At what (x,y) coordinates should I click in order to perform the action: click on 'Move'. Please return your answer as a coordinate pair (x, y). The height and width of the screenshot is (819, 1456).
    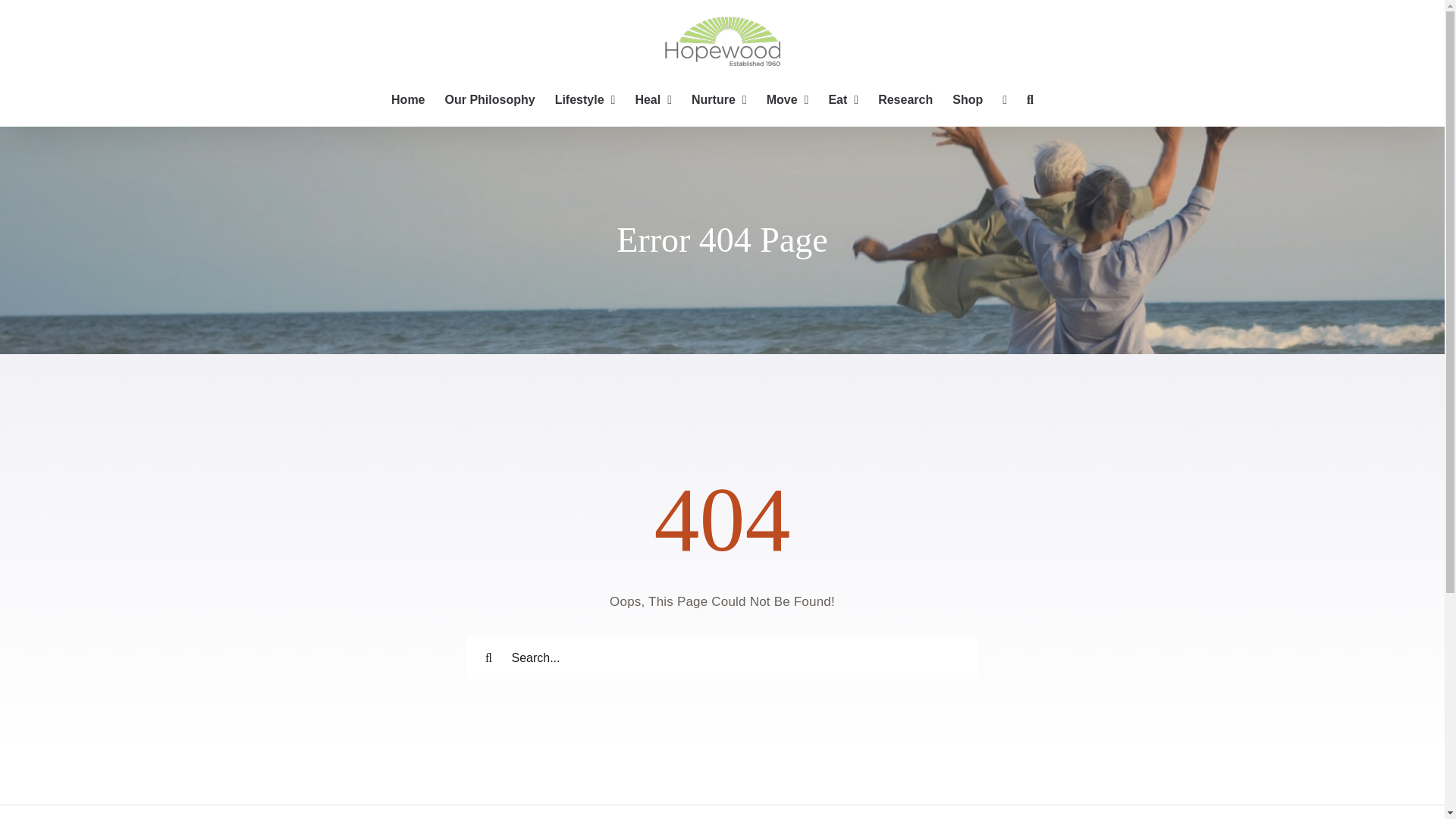
    Looking at the image, I should click on (787, 99).